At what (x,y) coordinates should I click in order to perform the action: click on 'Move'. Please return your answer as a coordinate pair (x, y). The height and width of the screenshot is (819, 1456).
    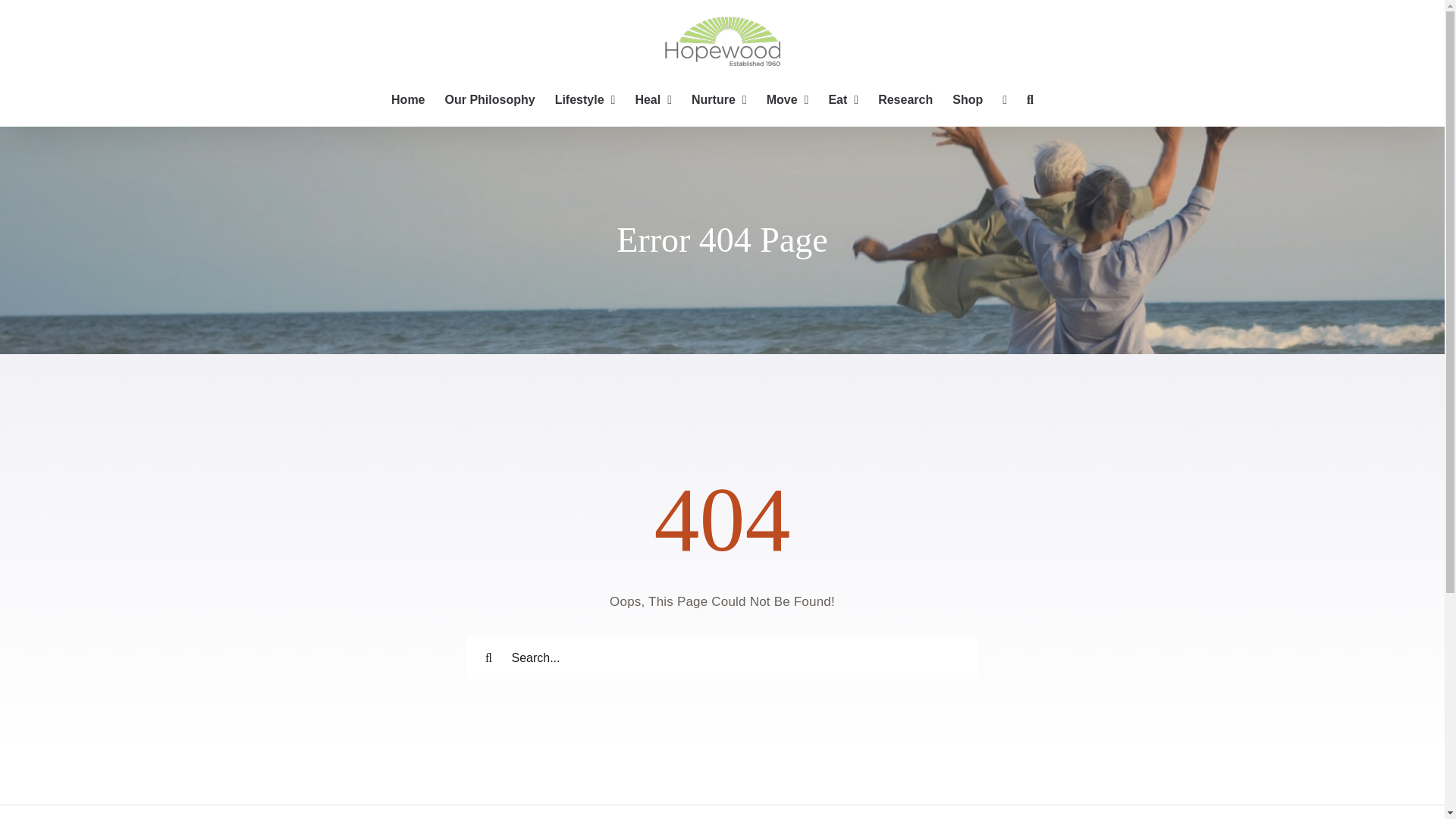
    Looking at the image, I should click on (787, 99).